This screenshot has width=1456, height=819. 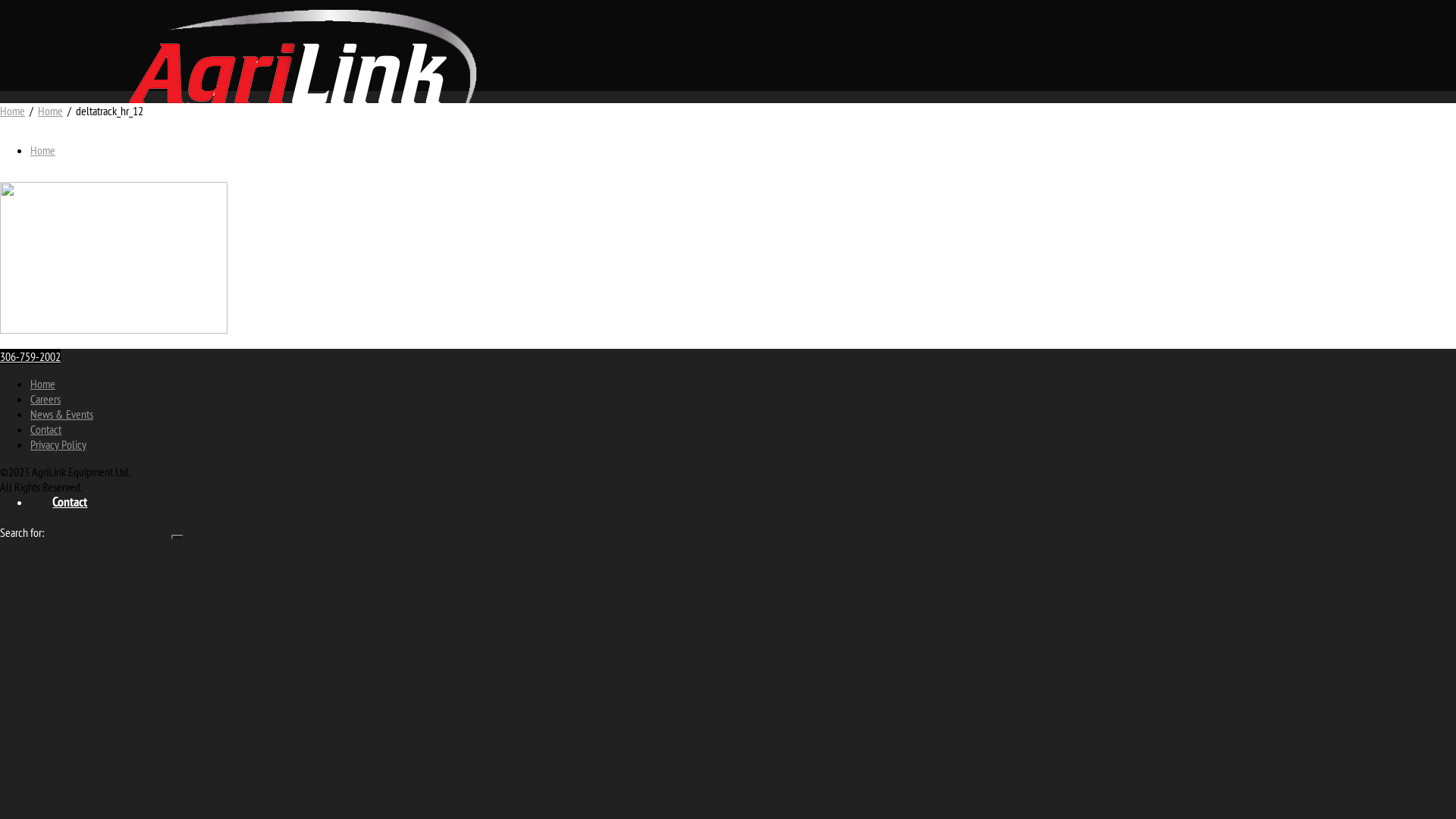 I want to click on 'Privacy Policy', so click(x=58, y=444).